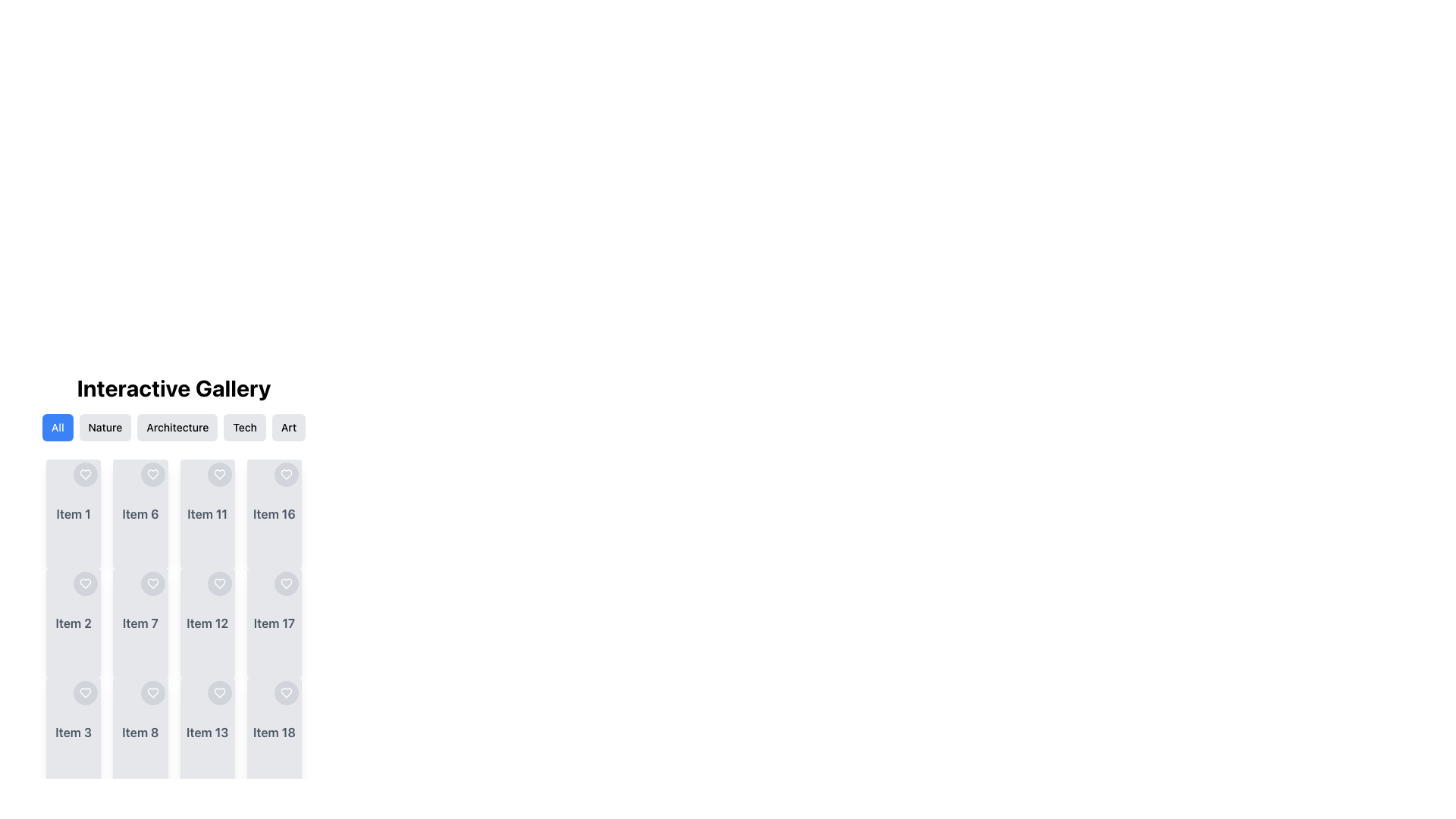 The image size is (1456, 819). What do you see at coordinates (274, 513) in the screenshot?
I see `the static text label reading 'Item 16' which is styled with a gray semi-bold font and located within a light gray rectangular card in the fourth column of a five-column grid layout` at bounding box center [274, 513].